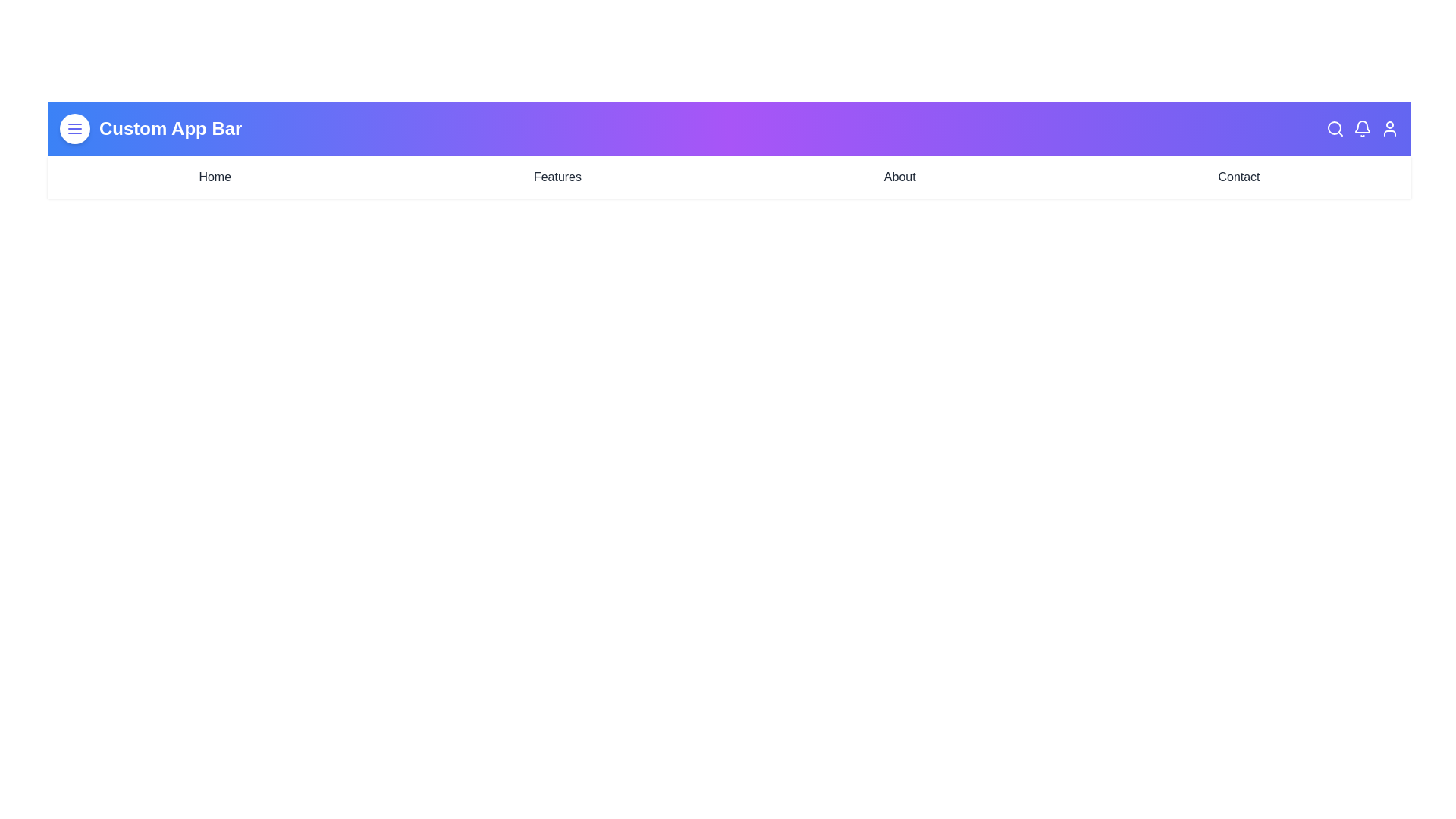 This screenshot has width=1456, height=819. Describe the element at coordinates (74, 127) in the screenshot. I see `the menu_button to observe visual changes` at that location.